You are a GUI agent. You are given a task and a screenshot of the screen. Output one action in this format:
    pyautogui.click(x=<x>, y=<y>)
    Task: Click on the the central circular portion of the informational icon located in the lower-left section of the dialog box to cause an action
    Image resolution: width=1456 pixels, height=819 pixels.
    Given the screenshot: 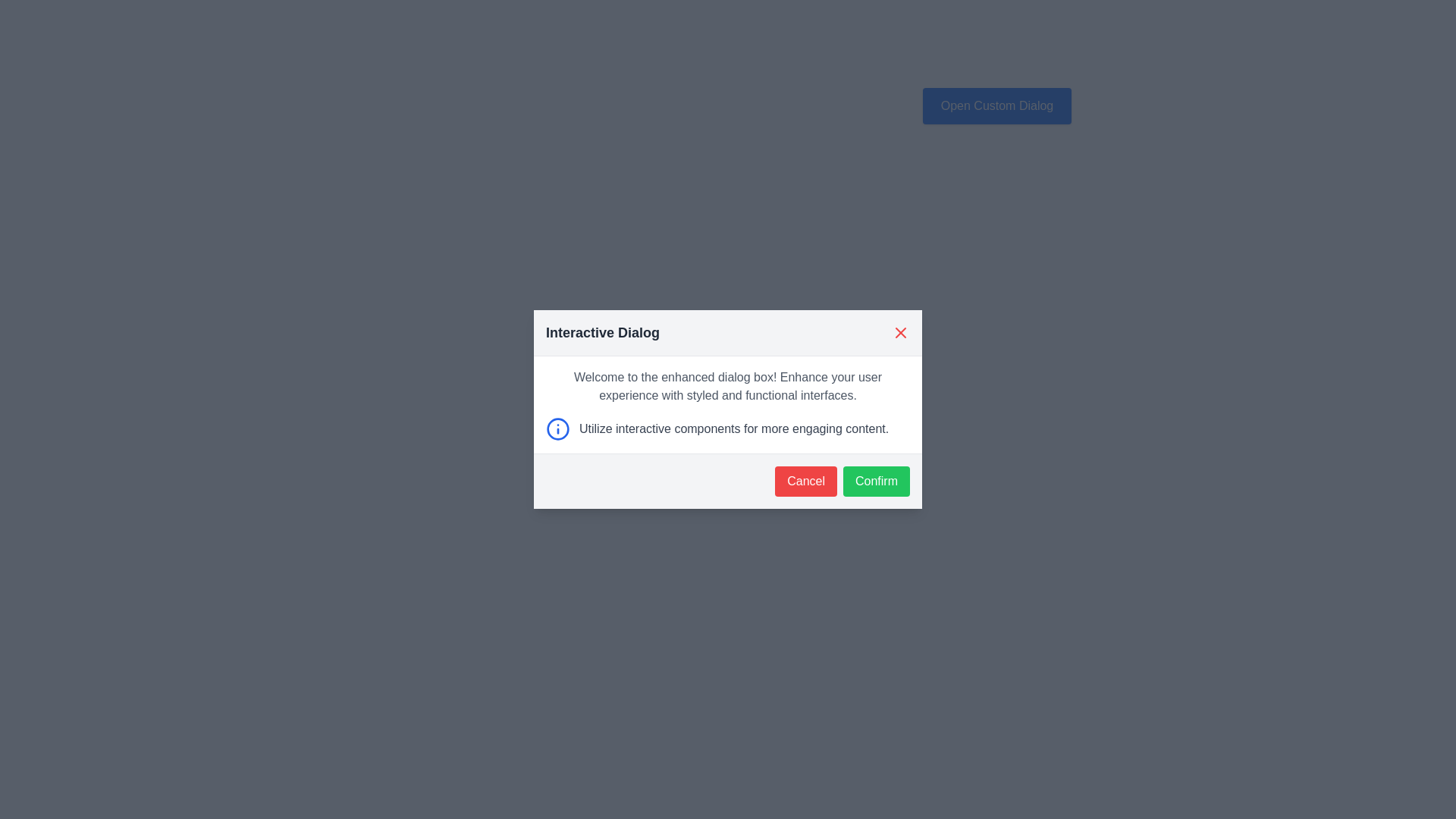 What is the action you would take?
    pyautogui.click(x=557, y=429)
    